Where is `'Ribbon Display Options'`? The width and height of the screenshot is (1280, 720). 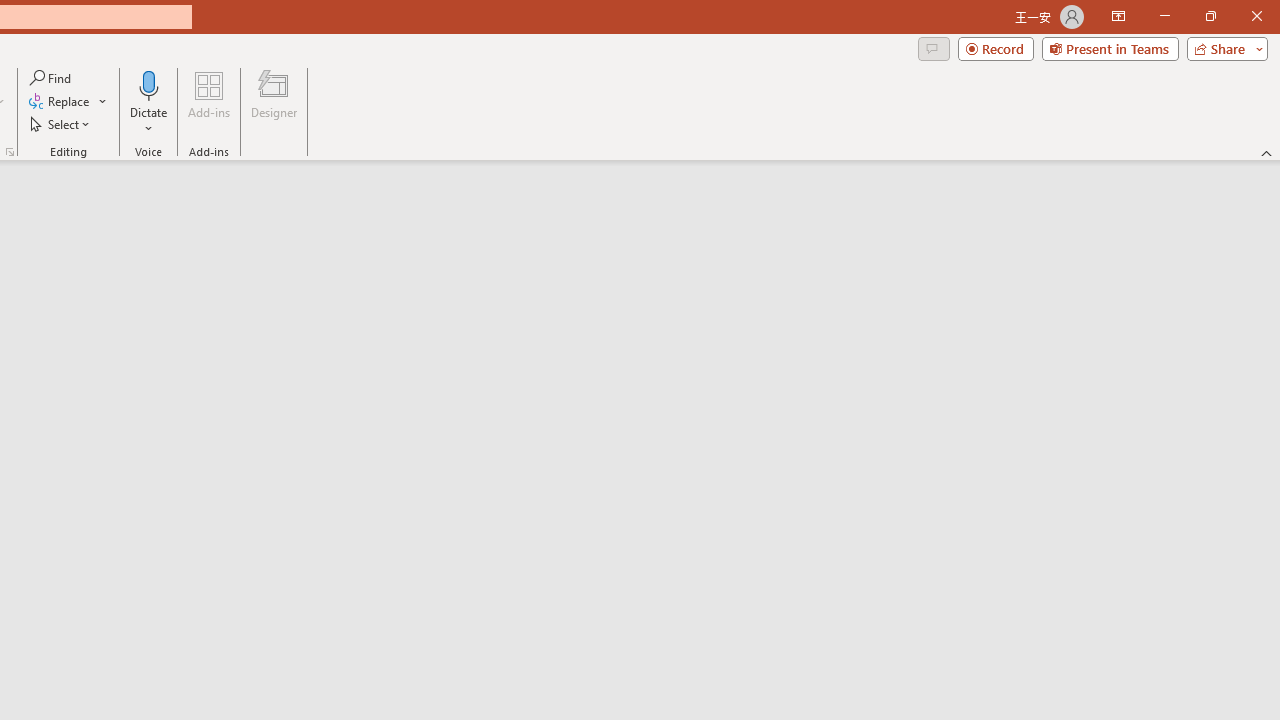
'Ribbon Display Options' is located at coordinates (1117, 16).